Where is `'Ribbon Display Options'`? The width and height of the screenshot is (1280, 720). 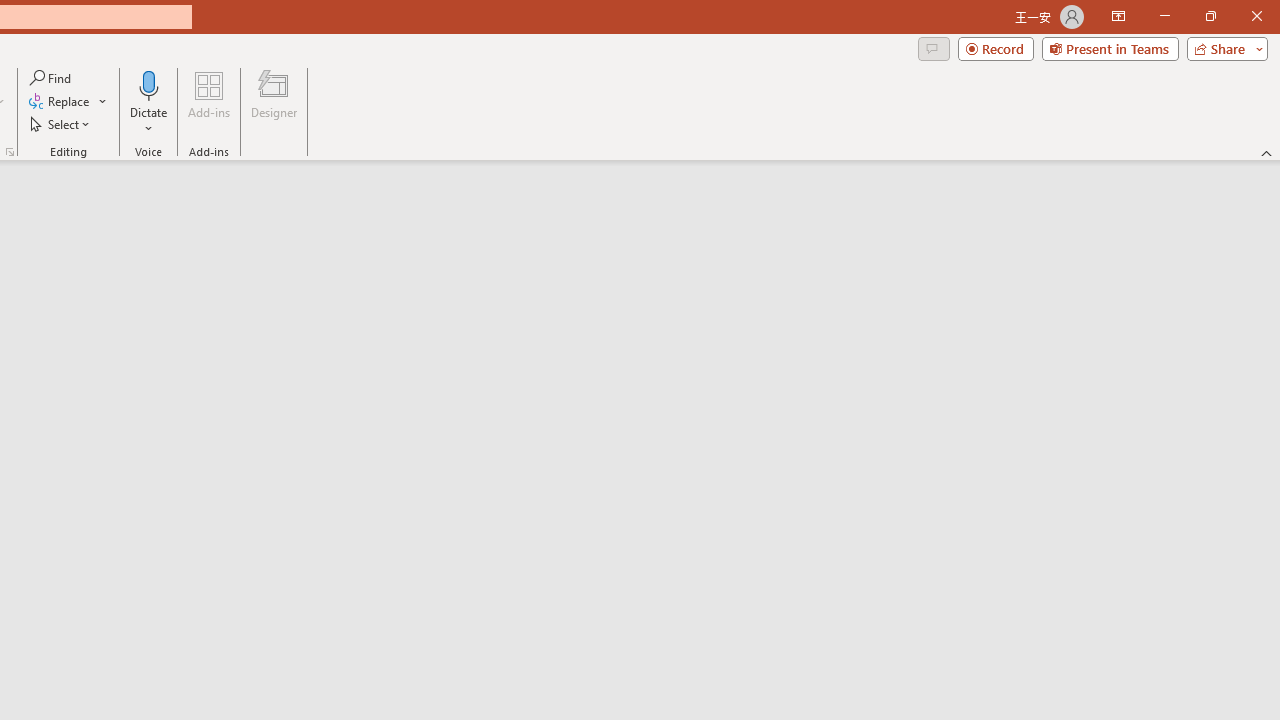
'Ribbon Display Options' is located at coordinates (1117, 16).